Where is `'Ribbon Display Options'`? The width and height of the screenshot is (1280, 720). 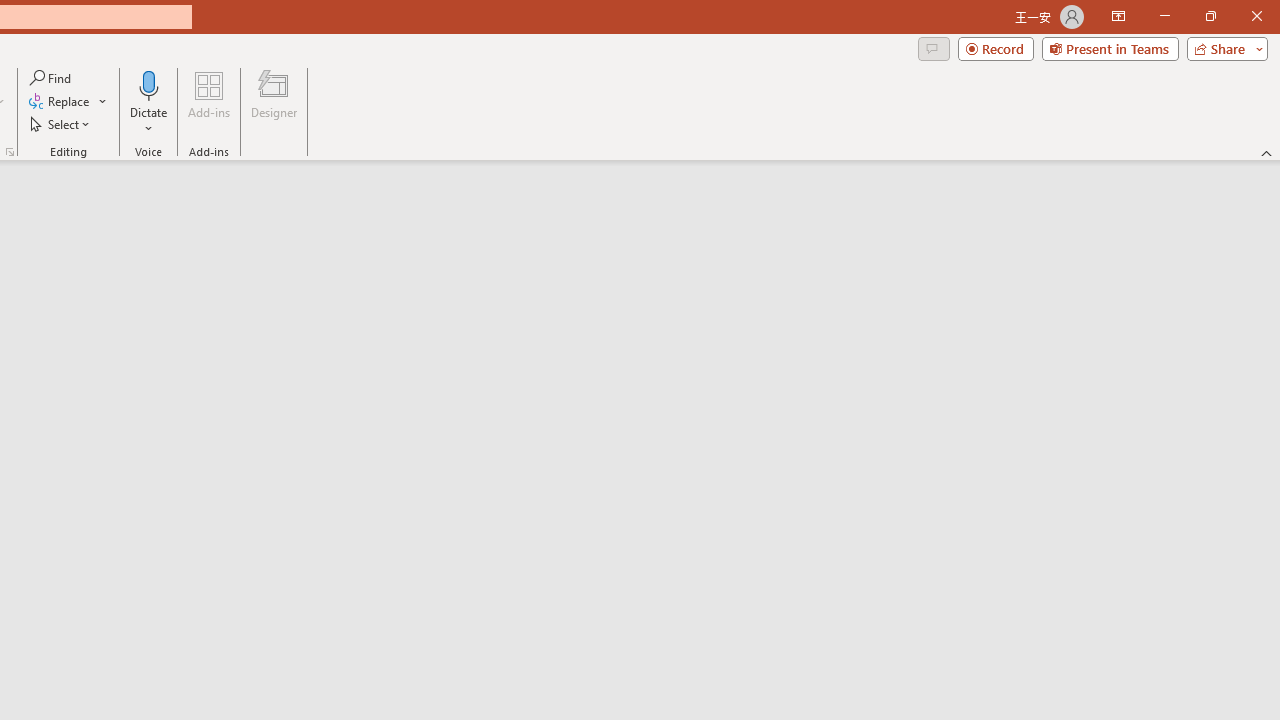
'Ribbon Display Options' is located at coordinates (1117, 16).